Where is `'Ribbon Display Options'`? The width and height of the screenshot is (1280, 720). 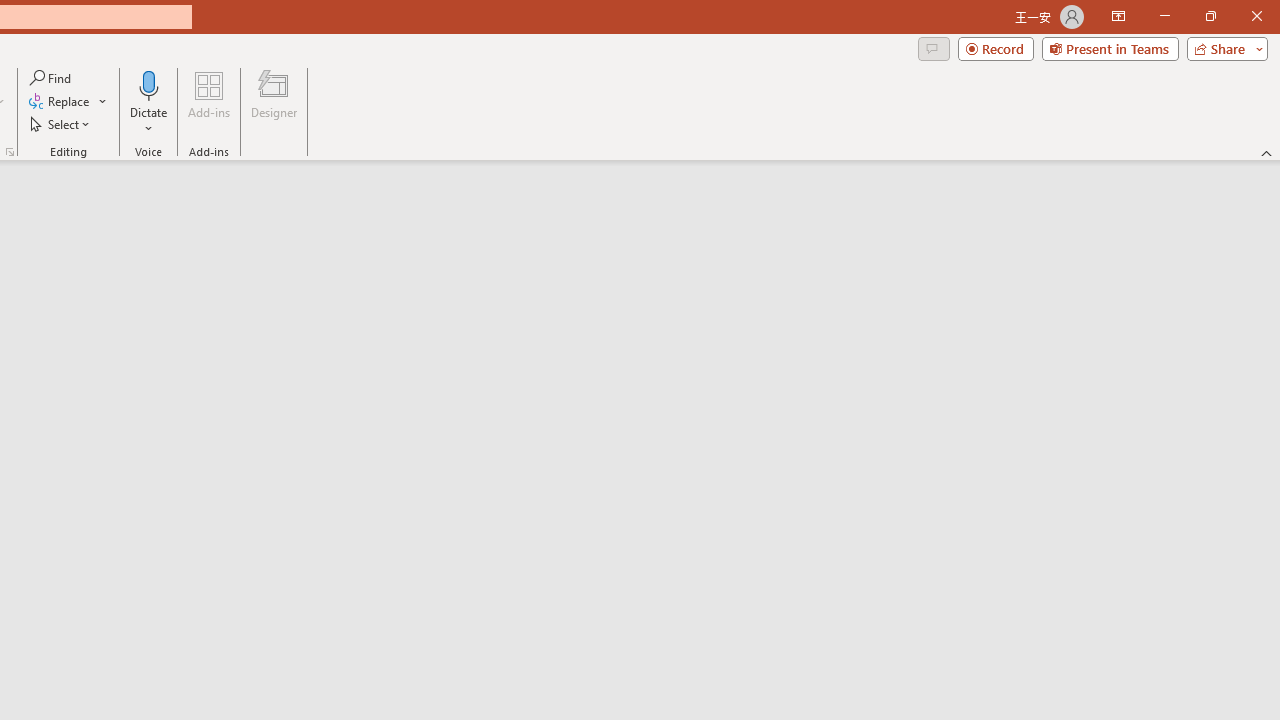
'Ribbon Display Options' is located at coordinates (1117, 16).